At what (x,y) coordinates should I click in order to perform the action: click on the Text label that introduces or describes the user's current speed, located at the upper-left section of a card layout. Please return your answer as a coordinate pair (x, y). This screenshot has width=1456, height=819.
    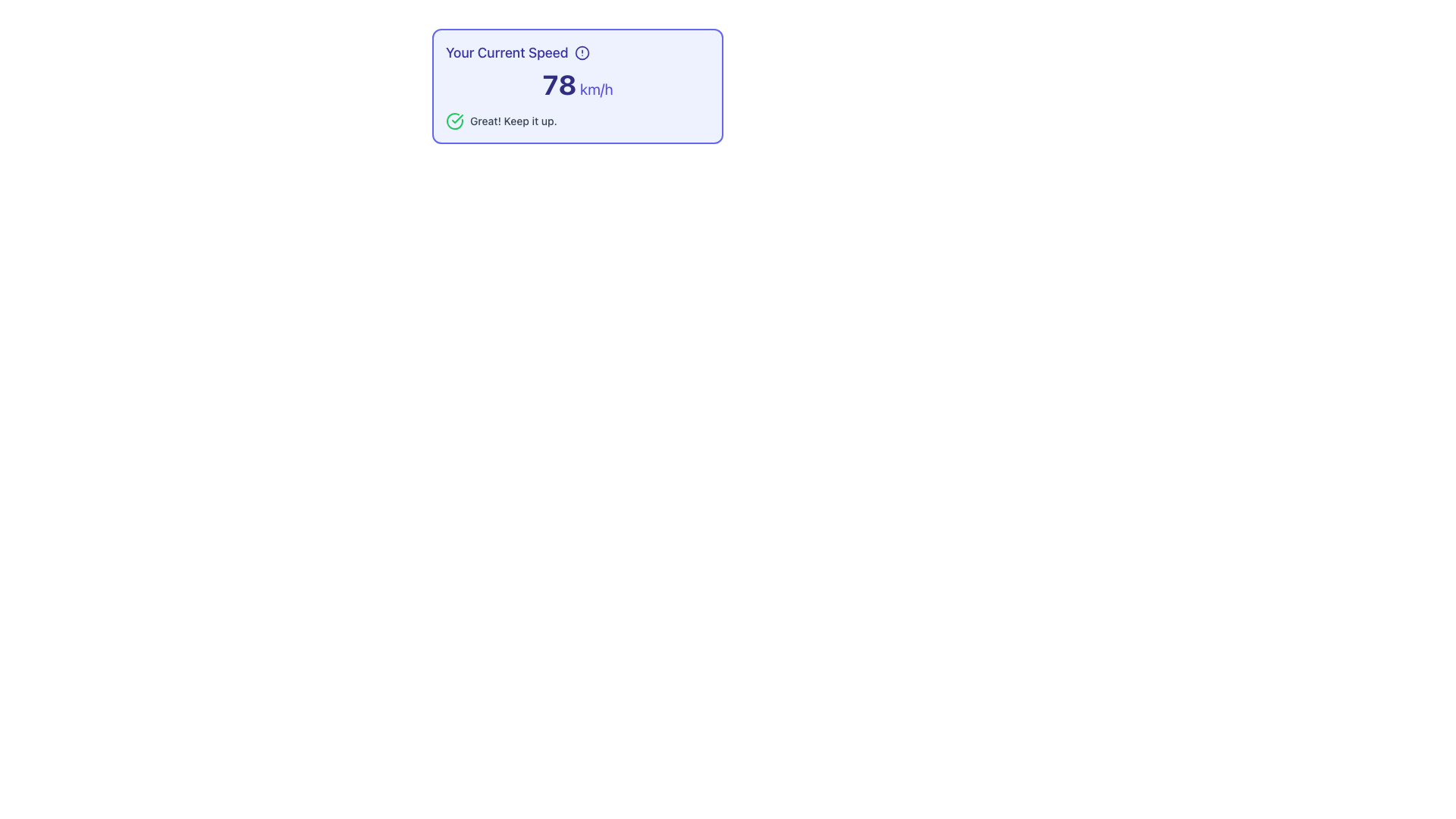
    Looking at the image, I should click on (507, 52).